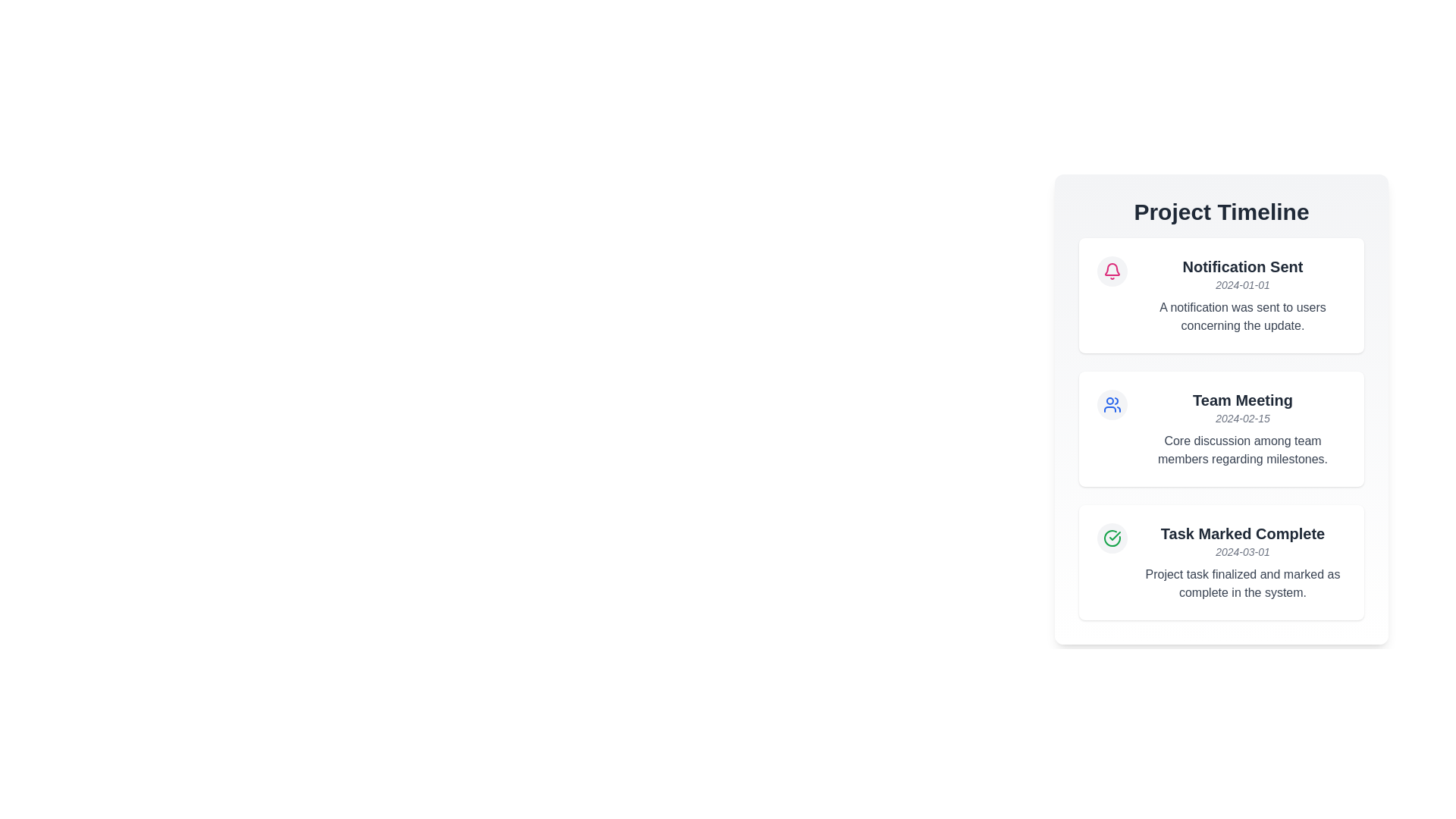  Describe the element at coordinates (1242, 562) in the screenshot. I see `the text block that provides information about the completion of a project task` at that location.